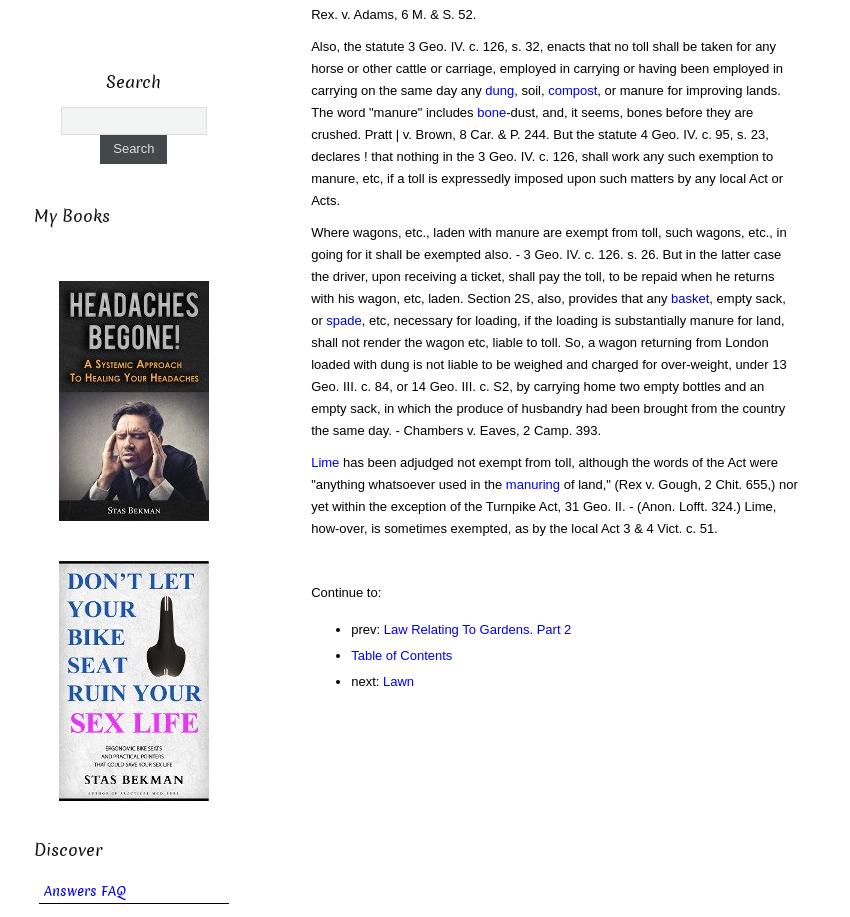  I want to click on 'next:', so click(365, 681).